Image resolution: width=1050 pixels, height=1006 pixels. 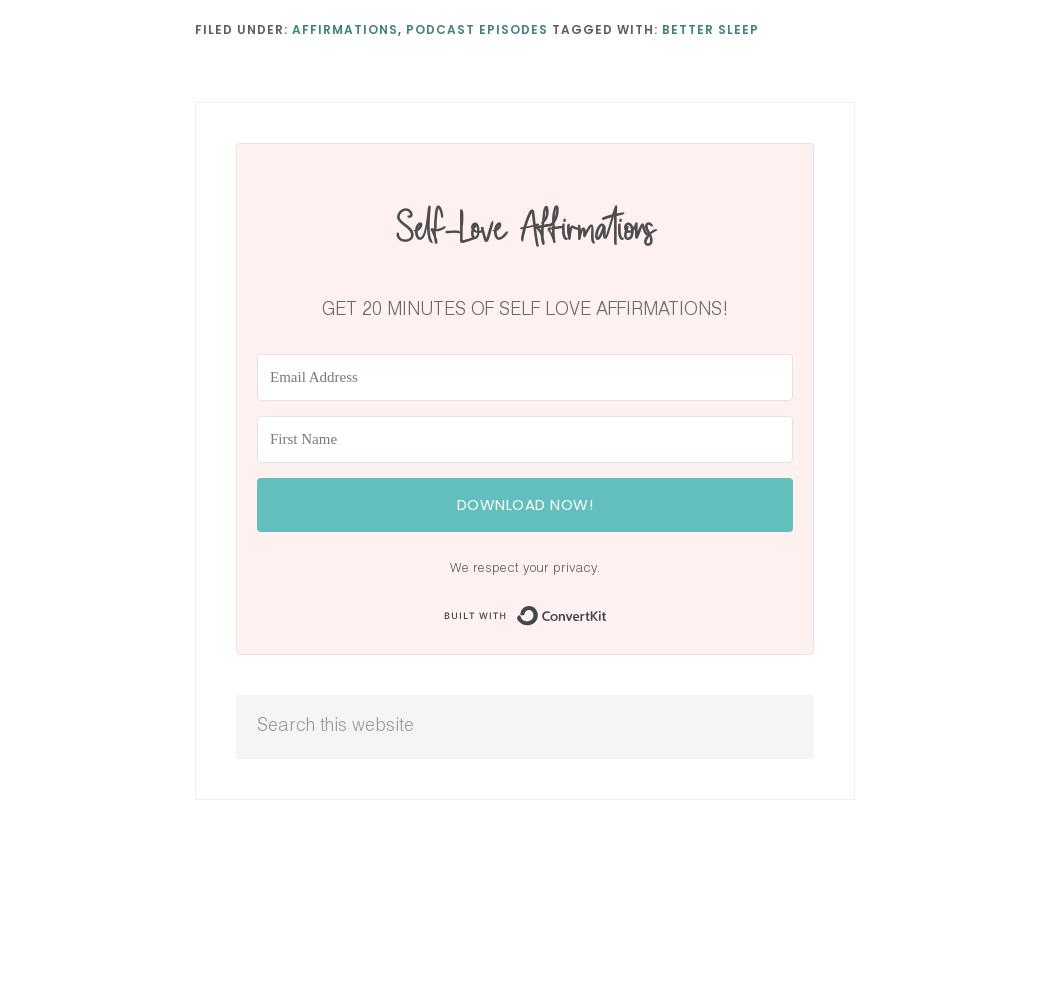 I want to click on ',', so click(x=402, y=28).